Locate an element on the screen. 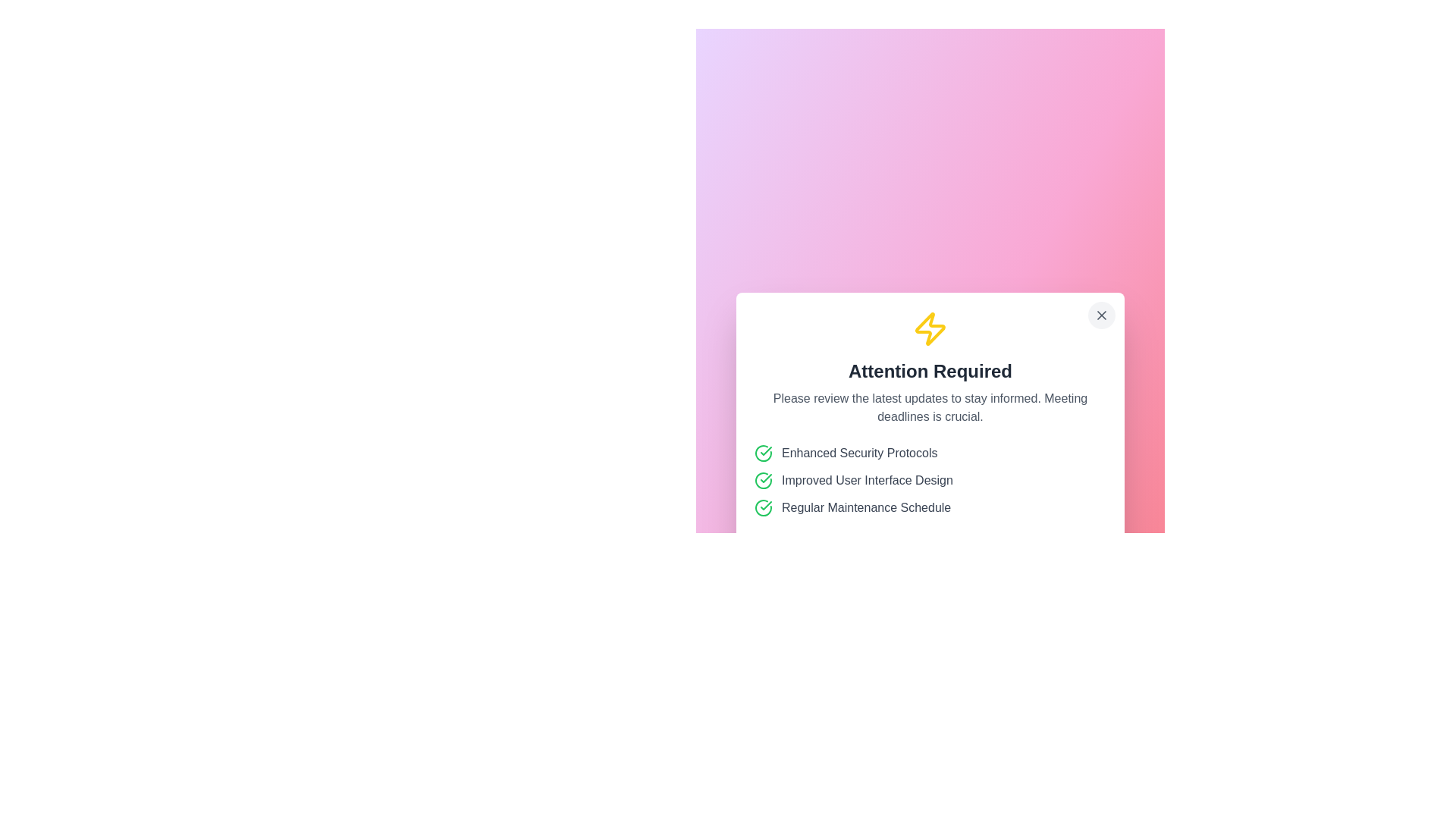 The height and width of the screenshot is (819, 1456). text content of the second item in the checklist, which is positioned below 'Enhanced Security Protocols' and above 'Regular Maintenance Schedule', accompanied by a green checkmark icon is located at coordinates (867, 480).